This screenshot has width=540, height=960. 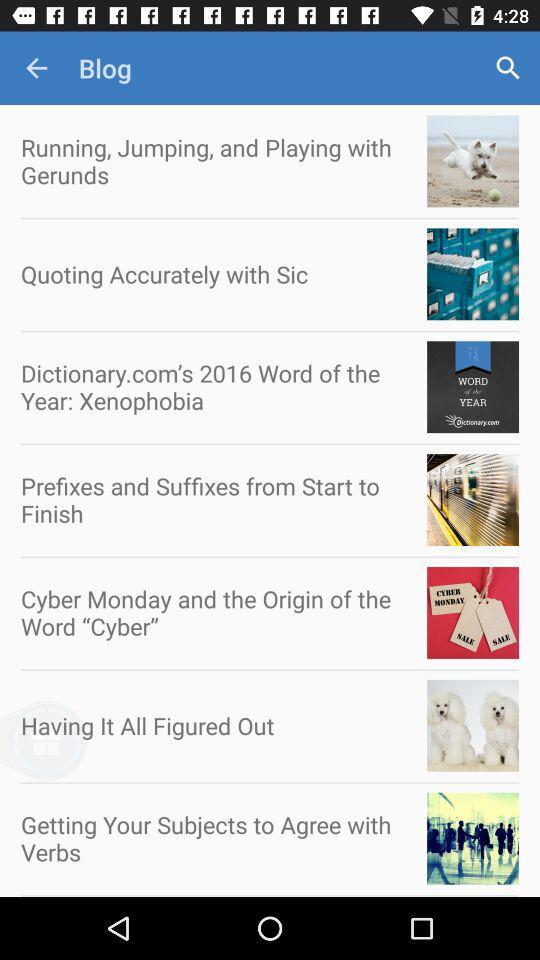 I want to click on icon to the right of the blog app, so click(x=508, y=68).